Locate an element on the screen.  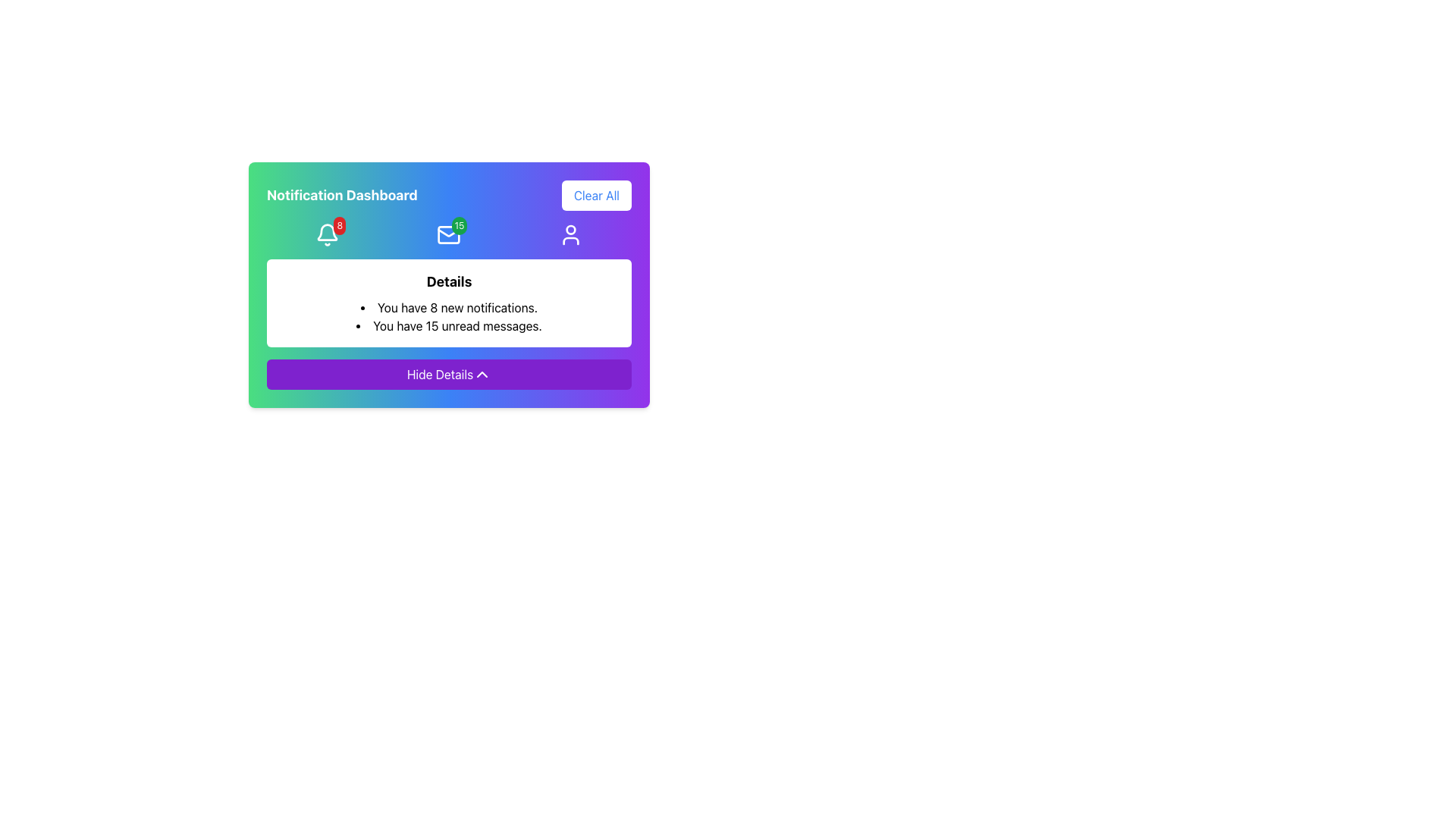
the 'Hide Details' button with a purple background located at the bottom of the notification panel to hide details is located at coordinates (448, 374).